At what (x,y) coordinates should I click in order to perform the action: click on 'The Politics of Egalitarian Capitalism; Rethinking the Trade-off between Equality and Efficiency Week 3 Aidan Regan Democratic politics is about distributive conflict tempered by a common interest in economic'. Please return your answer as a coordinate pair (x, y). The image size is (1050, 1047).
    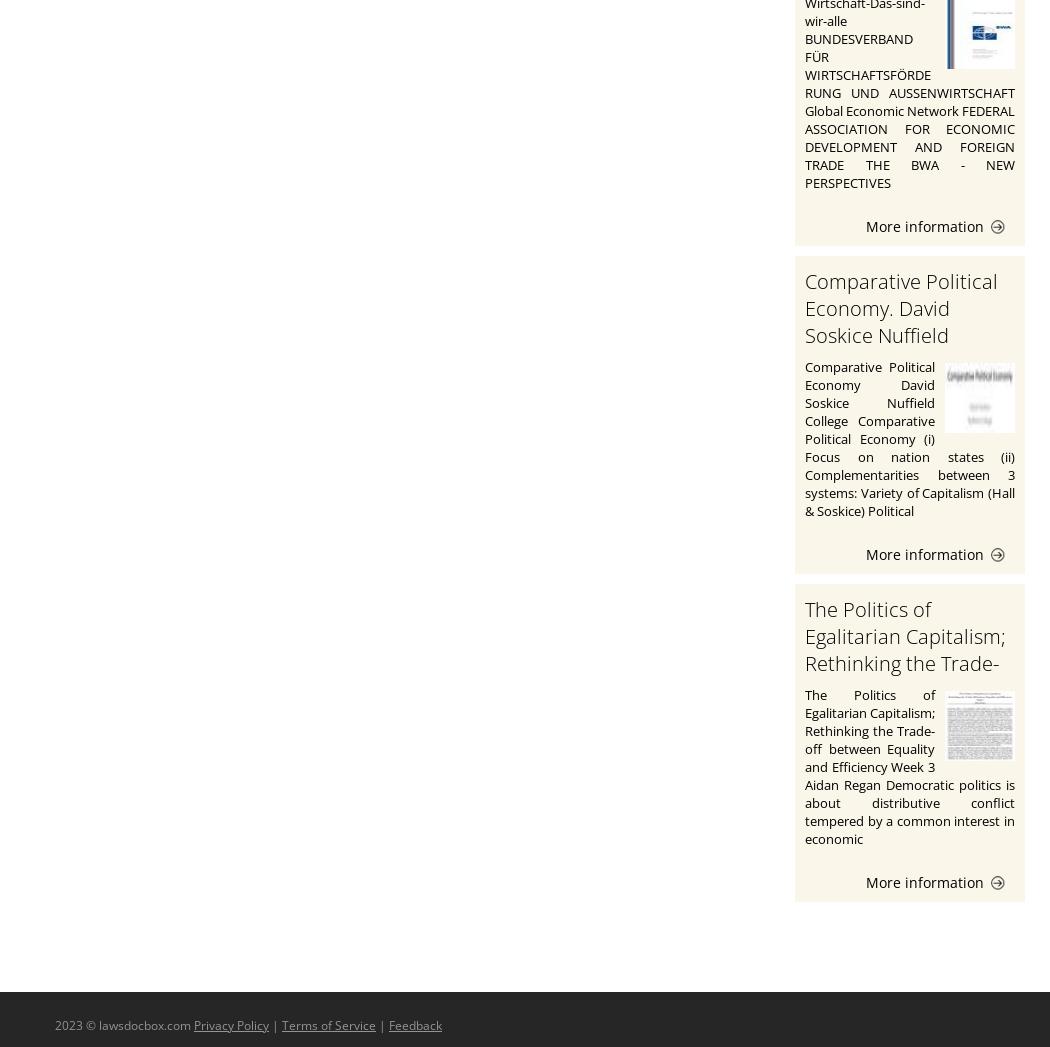
    Looking at the image, I should click on (910, 764).